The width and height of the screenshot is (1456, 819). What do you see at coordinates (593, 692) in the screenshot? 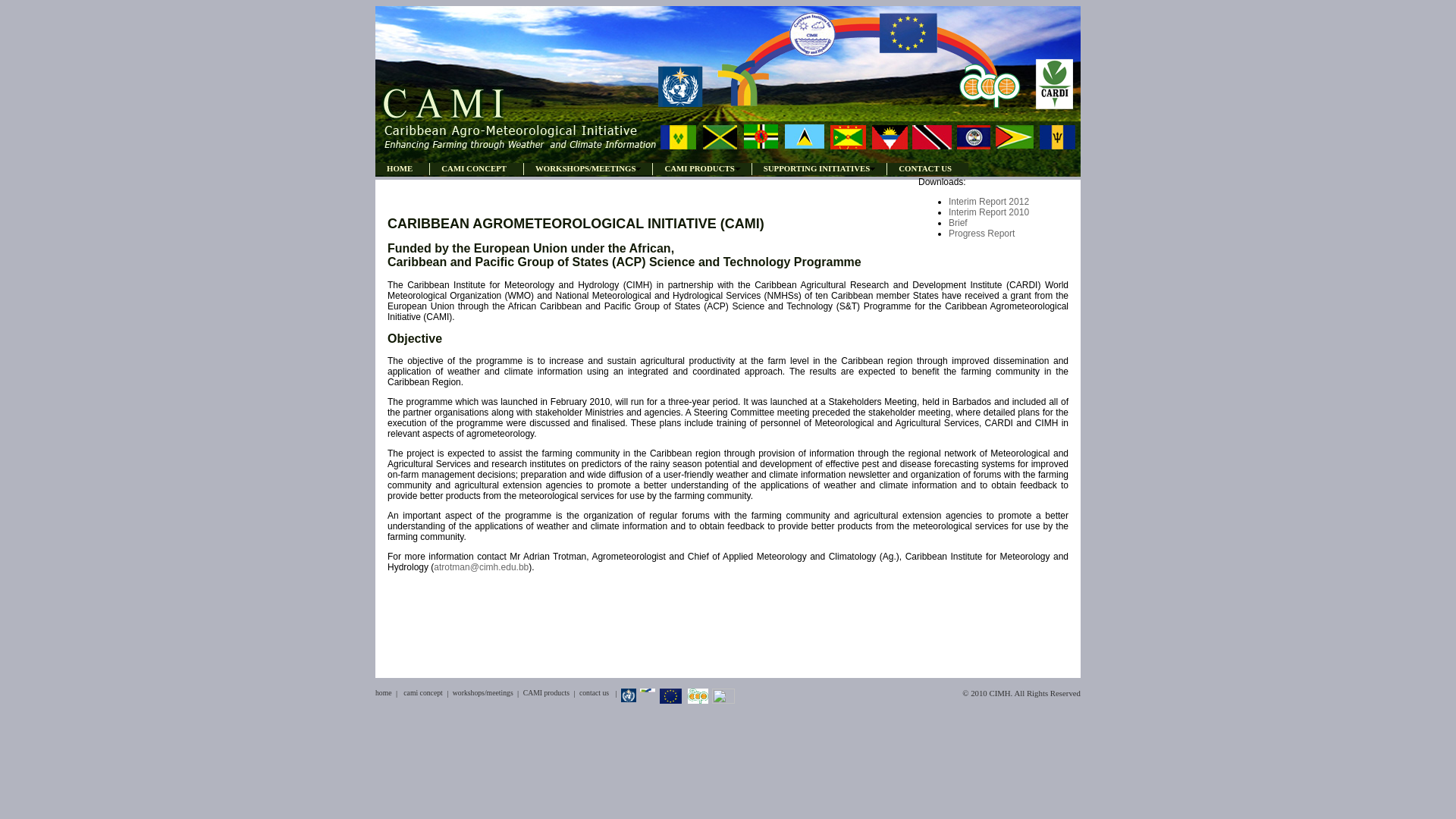
I see `'contact us'` at bounding box center [593, 692].